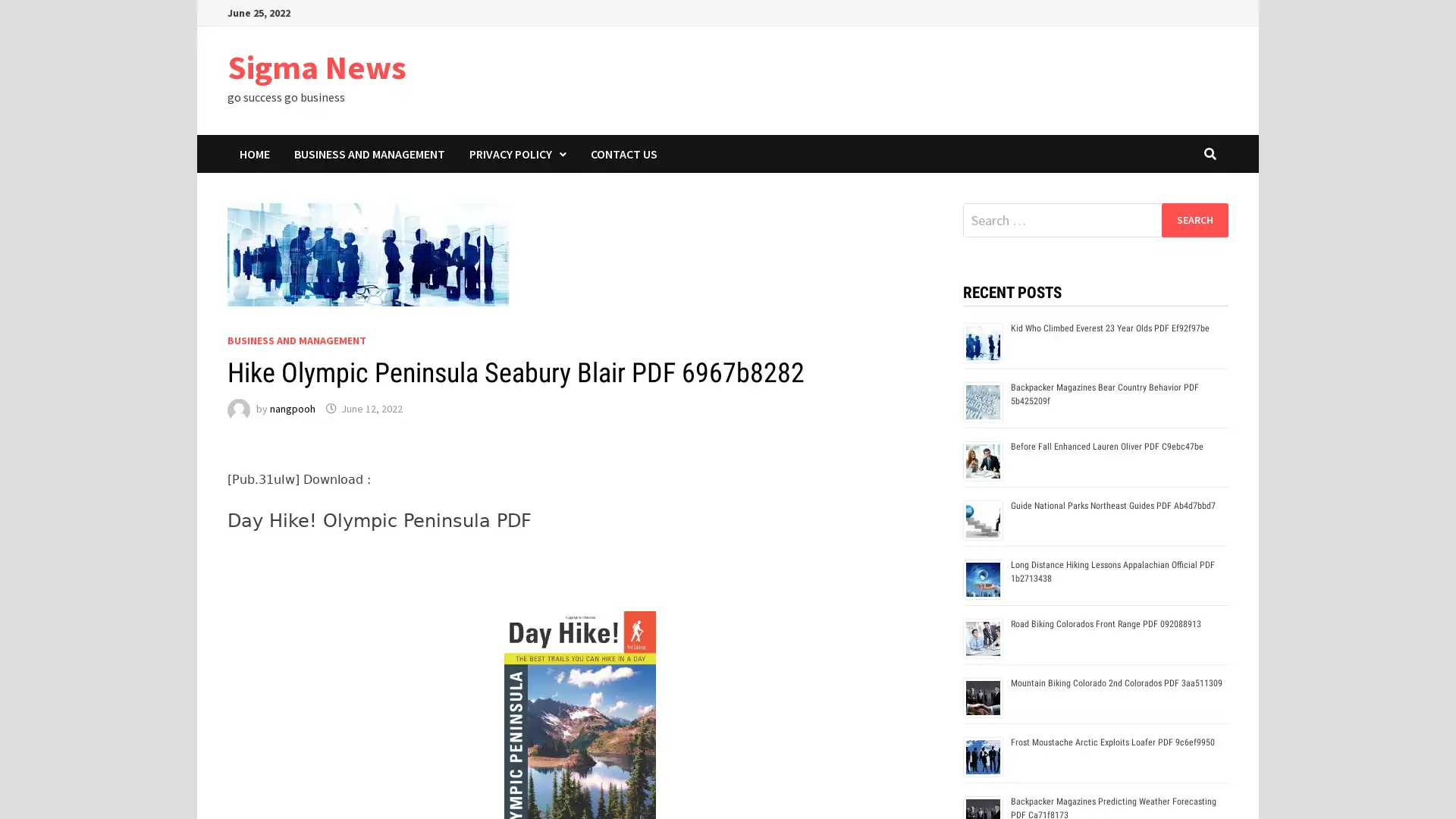 This screenshot has width=1456, height=819. What do you see at coordinates (1194, 219) in the screenshot?
I see `Search` at bounding box center [1194, 219].